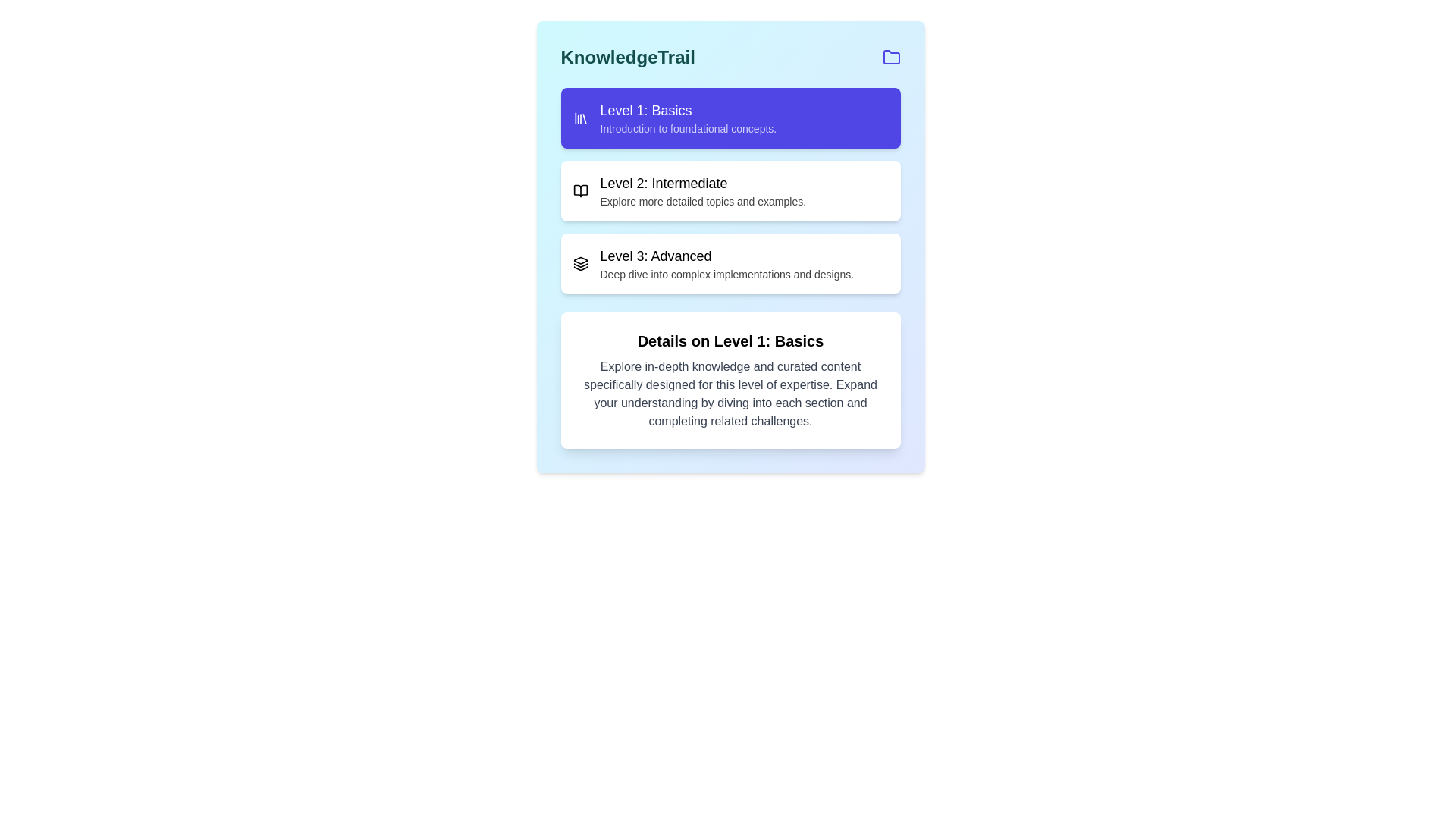 The width and height of the screenshot is (1456, 819). What do you see at coordinates (891, 57) in the screenshot?
I see `the folder icon located in the top-right corner of the 'KnowledgeTrail' interface` at bounding box center [891, 57].